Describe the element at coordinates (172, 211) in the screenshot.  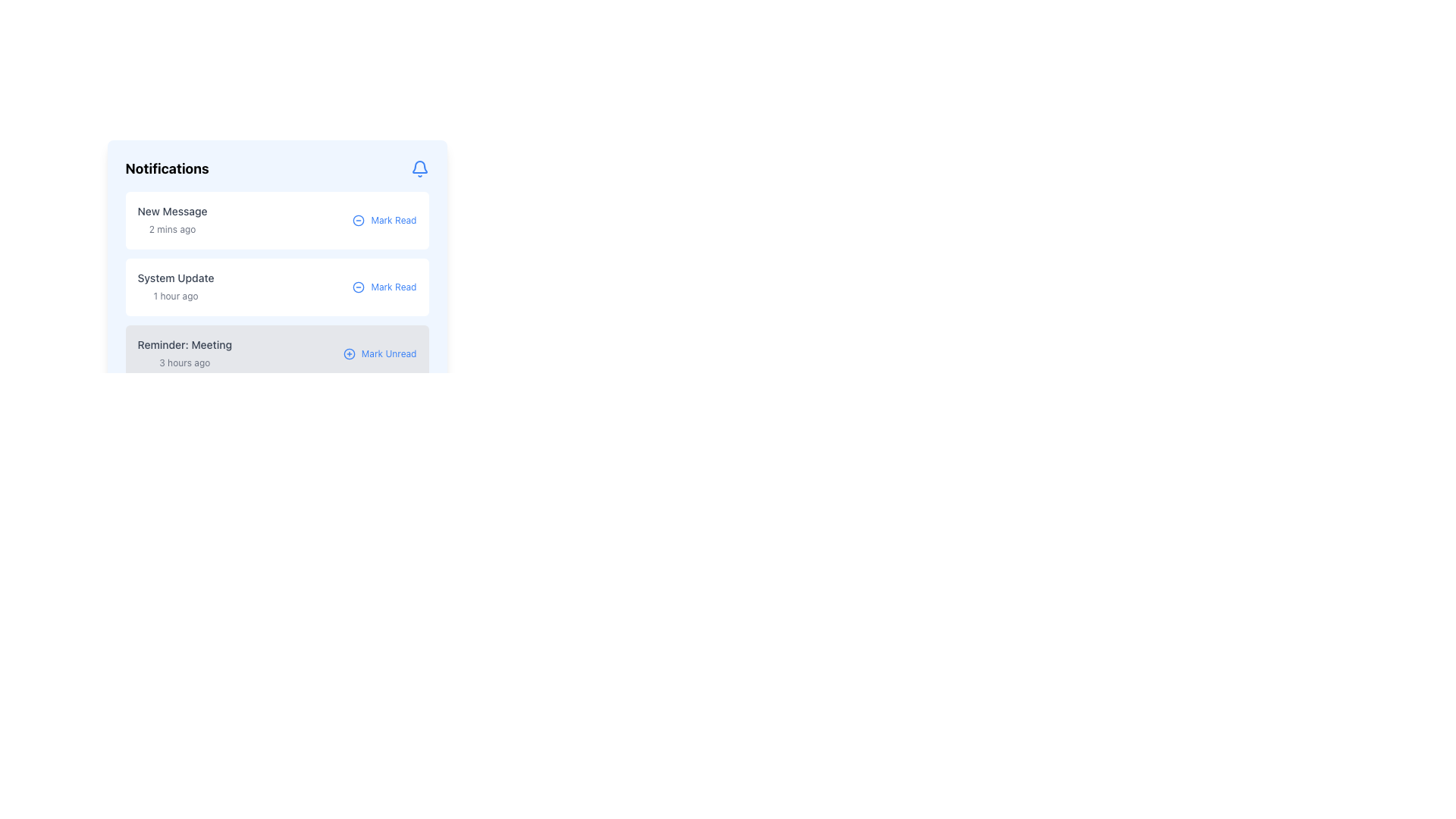
I see `the 'New Message' text label located at the top of the first notification item in the notification area` at that location.